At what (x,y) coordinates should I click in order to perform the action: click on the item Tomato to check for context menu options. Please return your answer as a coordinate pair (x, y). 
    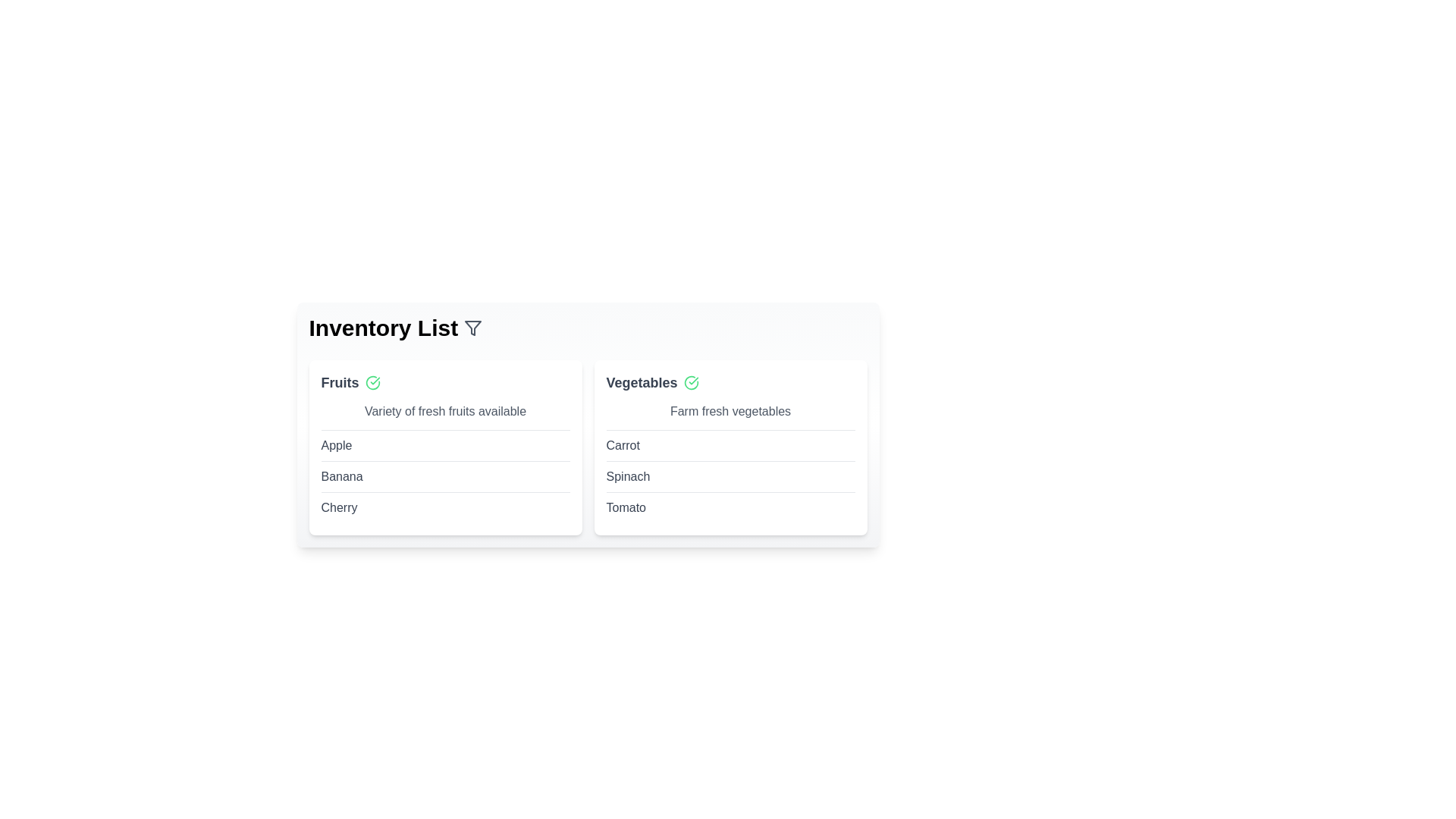
    Looking at the image, I should click on (626, 508).